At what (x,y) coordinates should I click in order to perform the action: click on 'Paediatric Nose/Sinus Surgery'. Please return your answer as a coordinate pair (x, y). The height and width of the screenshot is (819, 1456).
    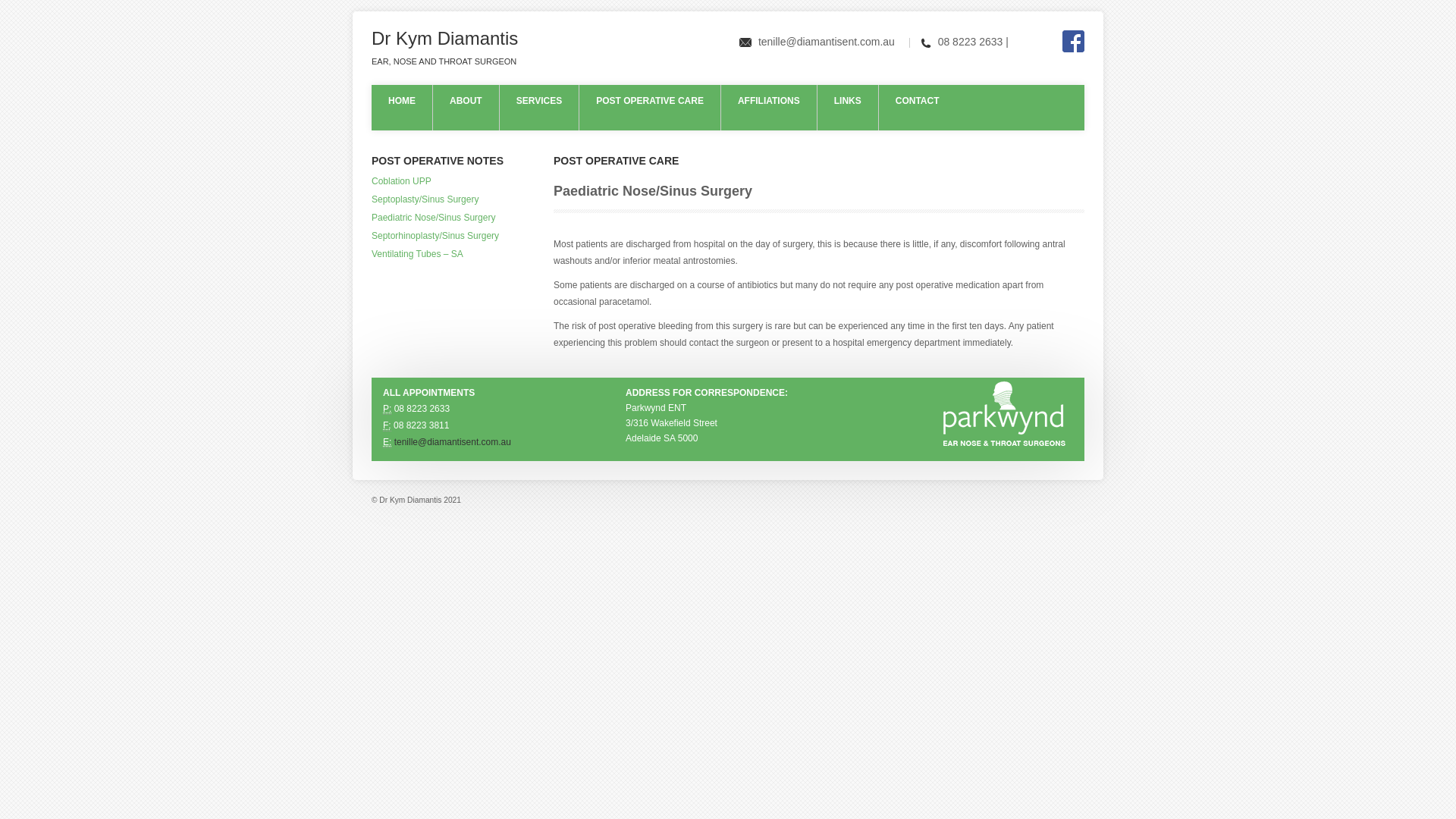
    Looking at the image, I should click on (432, 217).